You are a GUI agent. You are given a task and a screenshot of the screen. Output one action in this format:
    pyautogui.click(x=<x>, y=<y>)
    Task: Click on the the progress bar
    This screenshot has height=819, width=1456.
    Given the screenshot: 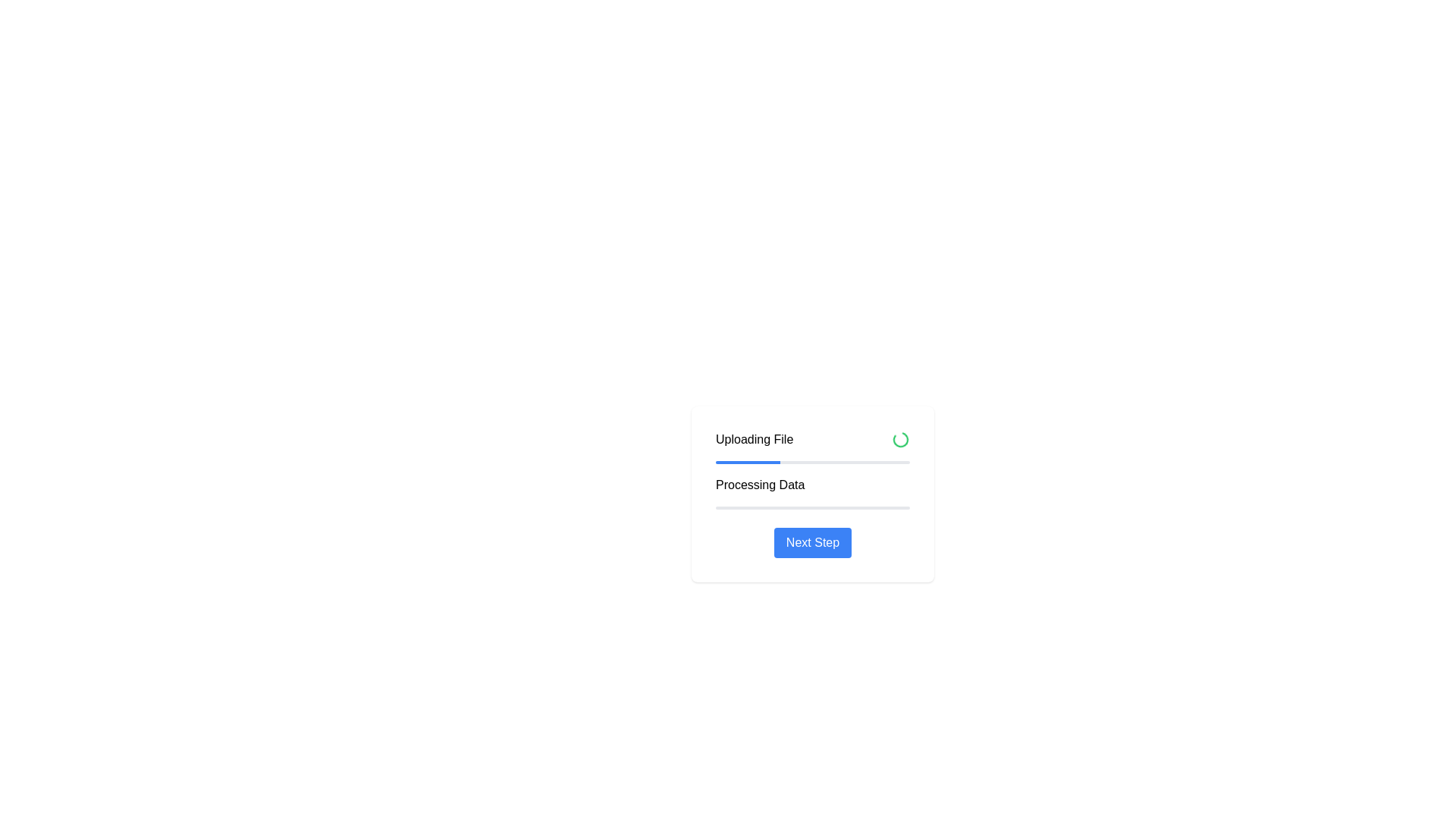 What is the action you would take?
    pyautogui.click(x=725, y=461)
    